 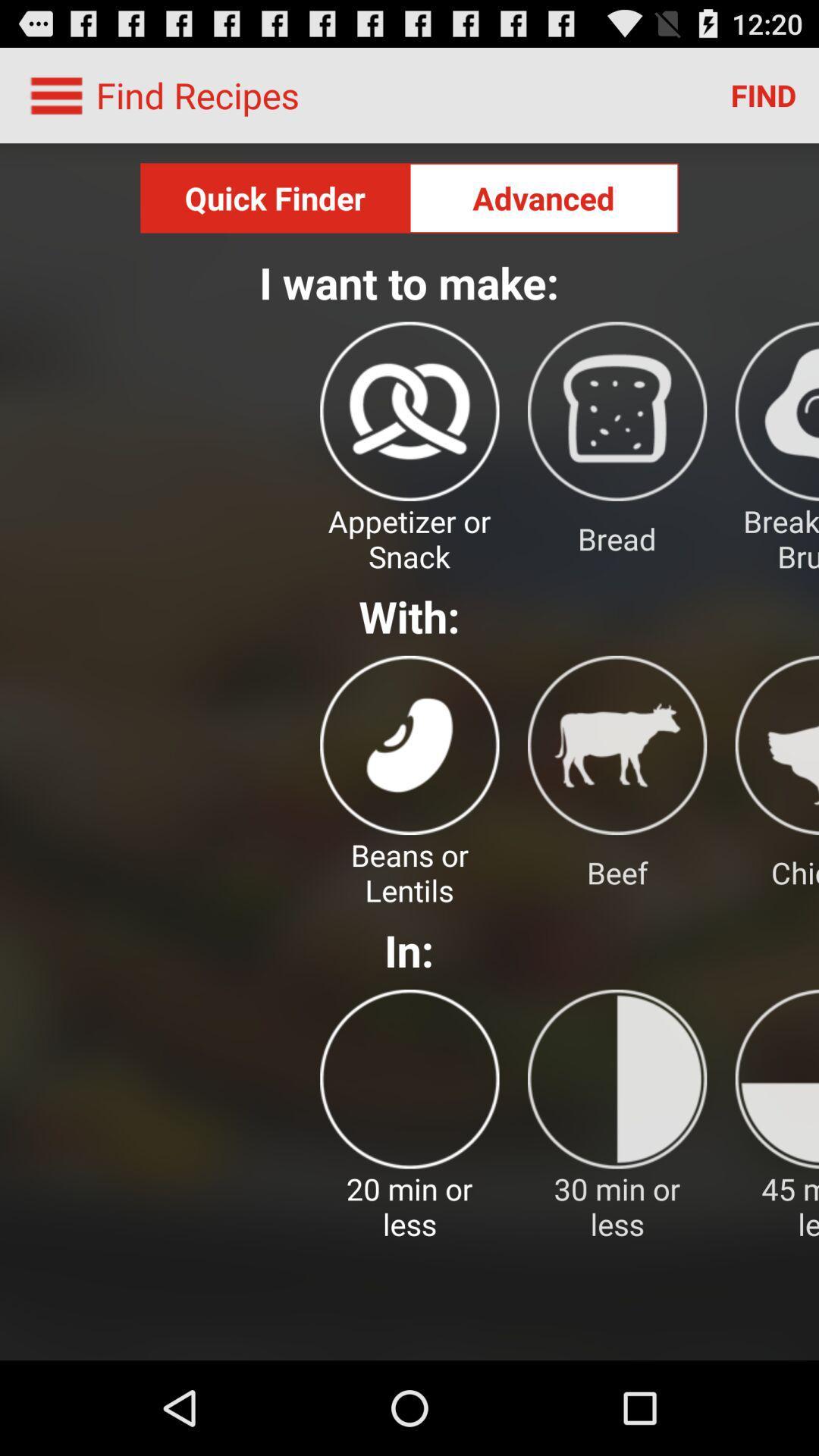 I want to click on the advanced, so click(x=543, y=197).